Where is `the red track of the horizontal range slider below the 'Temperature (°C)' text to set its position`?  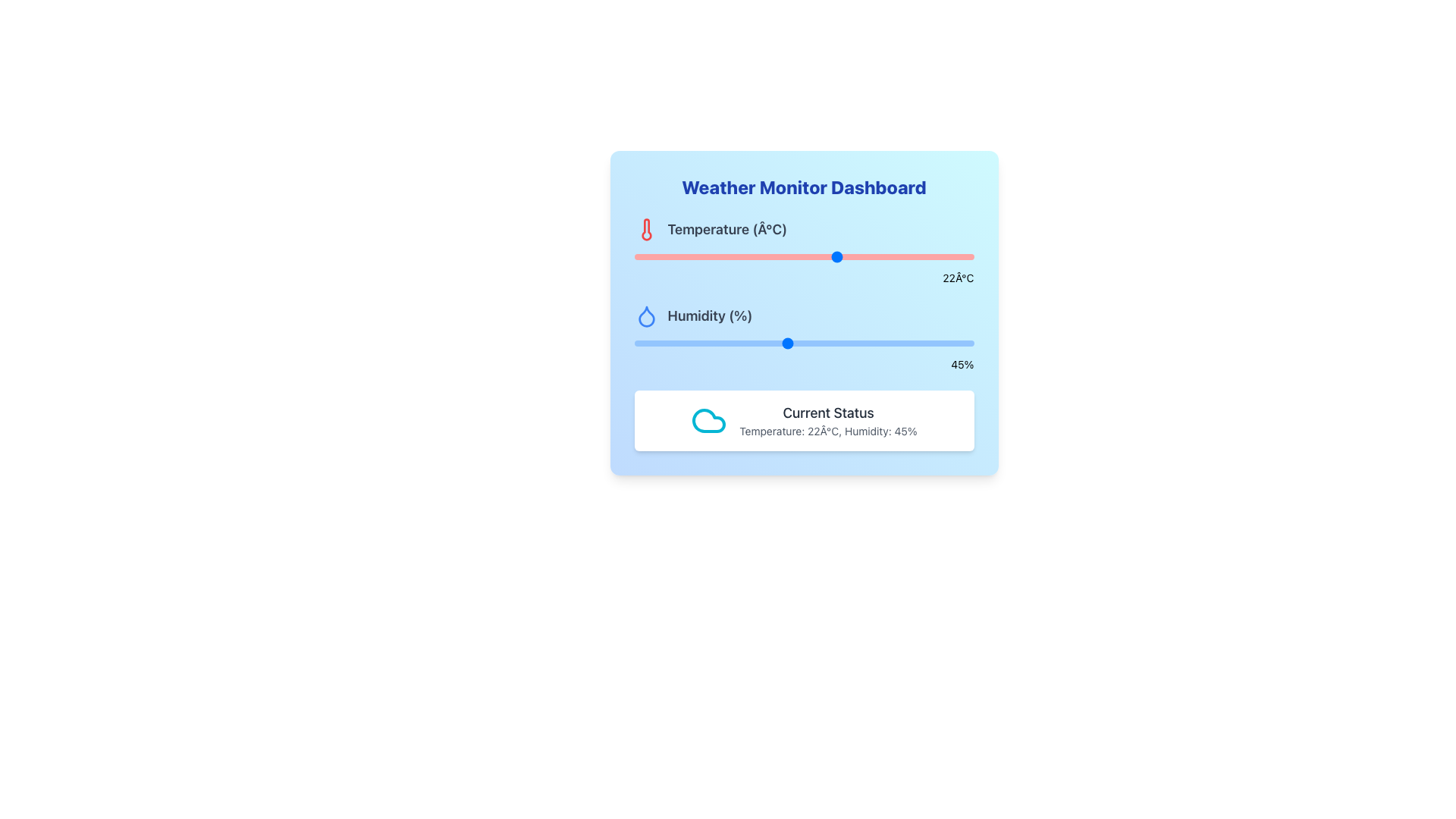
the red track of the horizontal range slider below the 'Temperature (°C)' text to set its position is located at coordinates (803, 256).